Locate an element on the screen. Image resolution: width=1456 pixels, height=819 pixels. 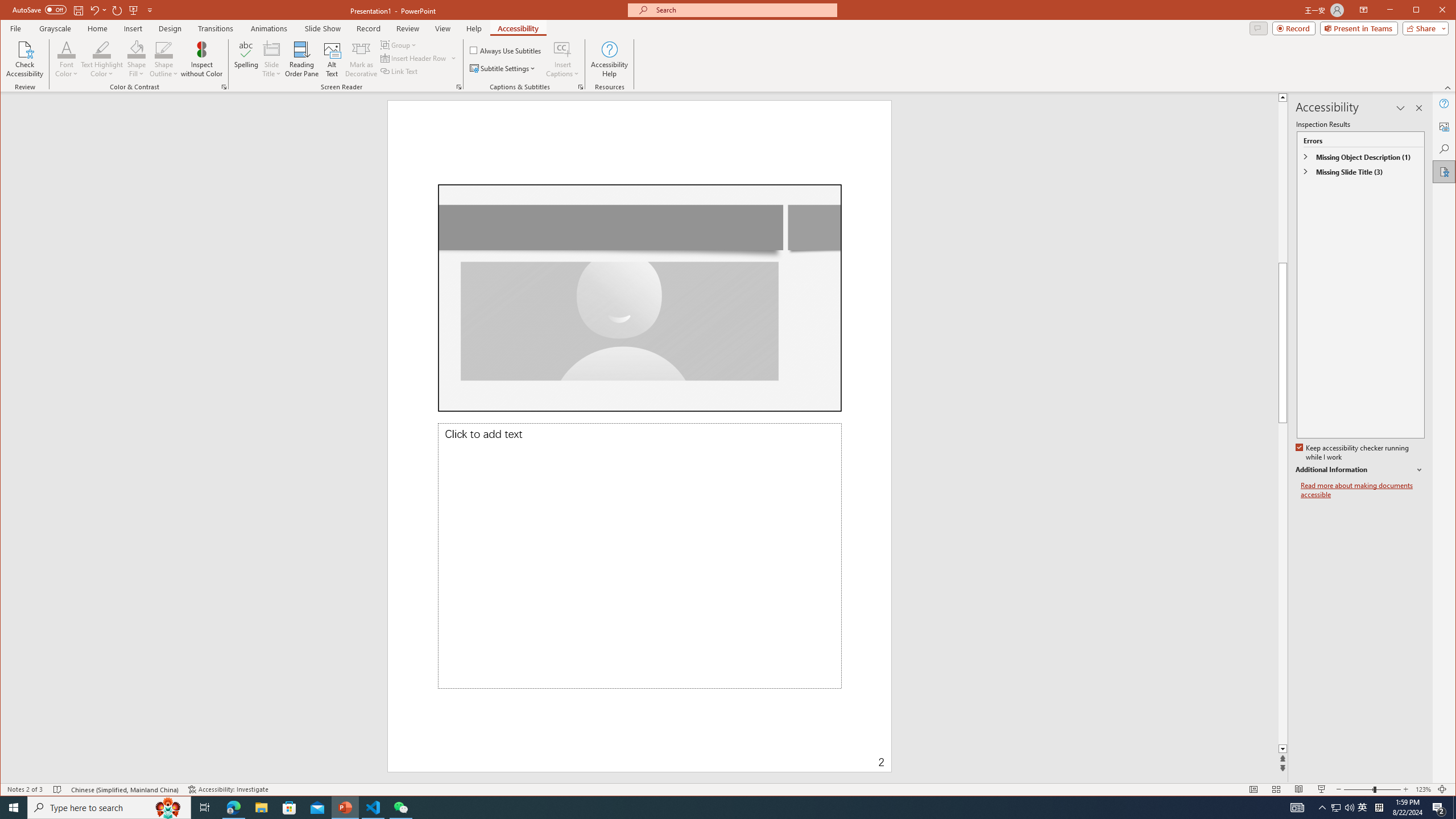
'Always Use Subtitles' is located at coordinates (505, 49).